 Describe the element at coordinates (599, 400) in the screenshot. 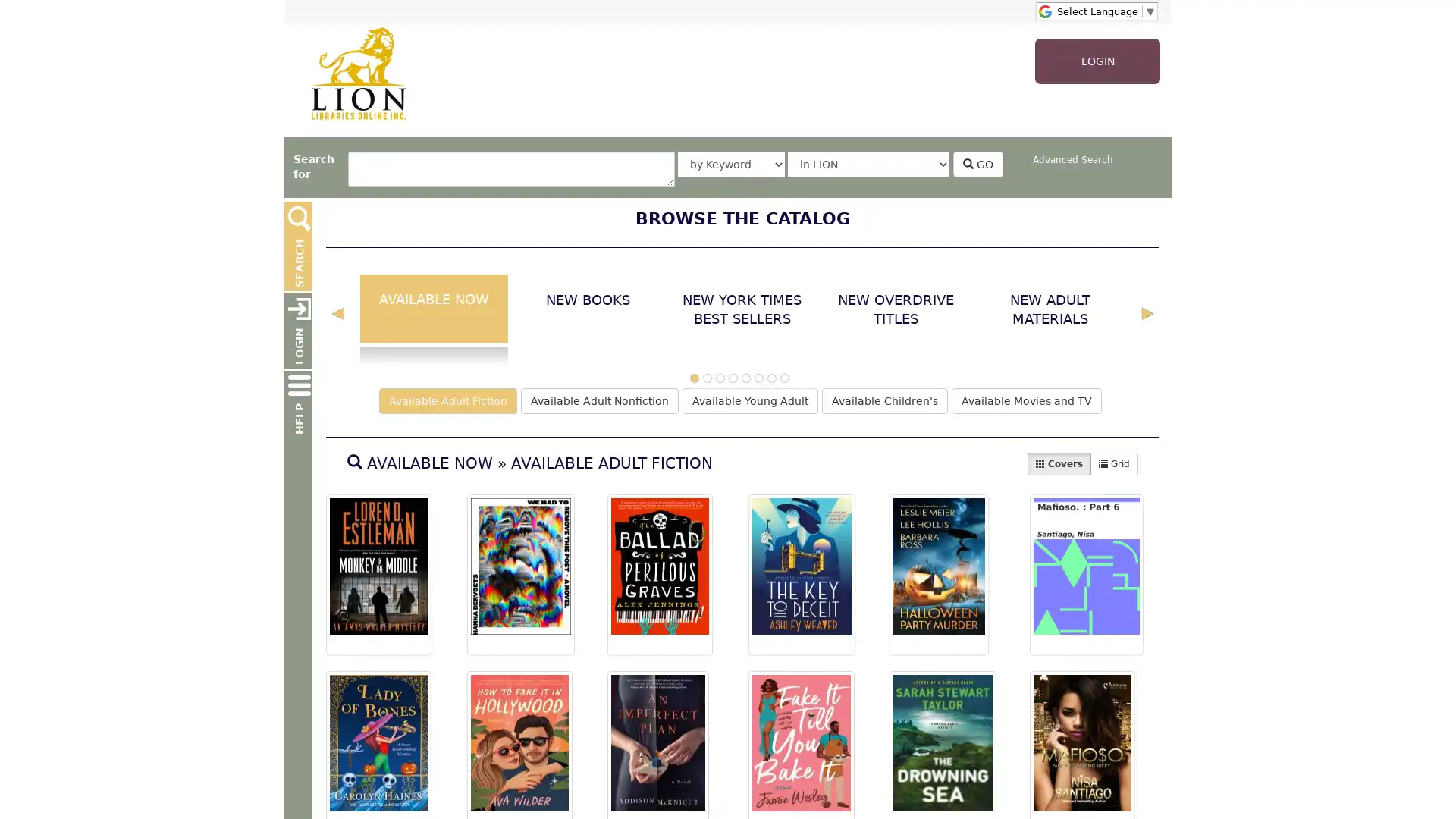

I see `Available Adult Nonfiction` at that location.